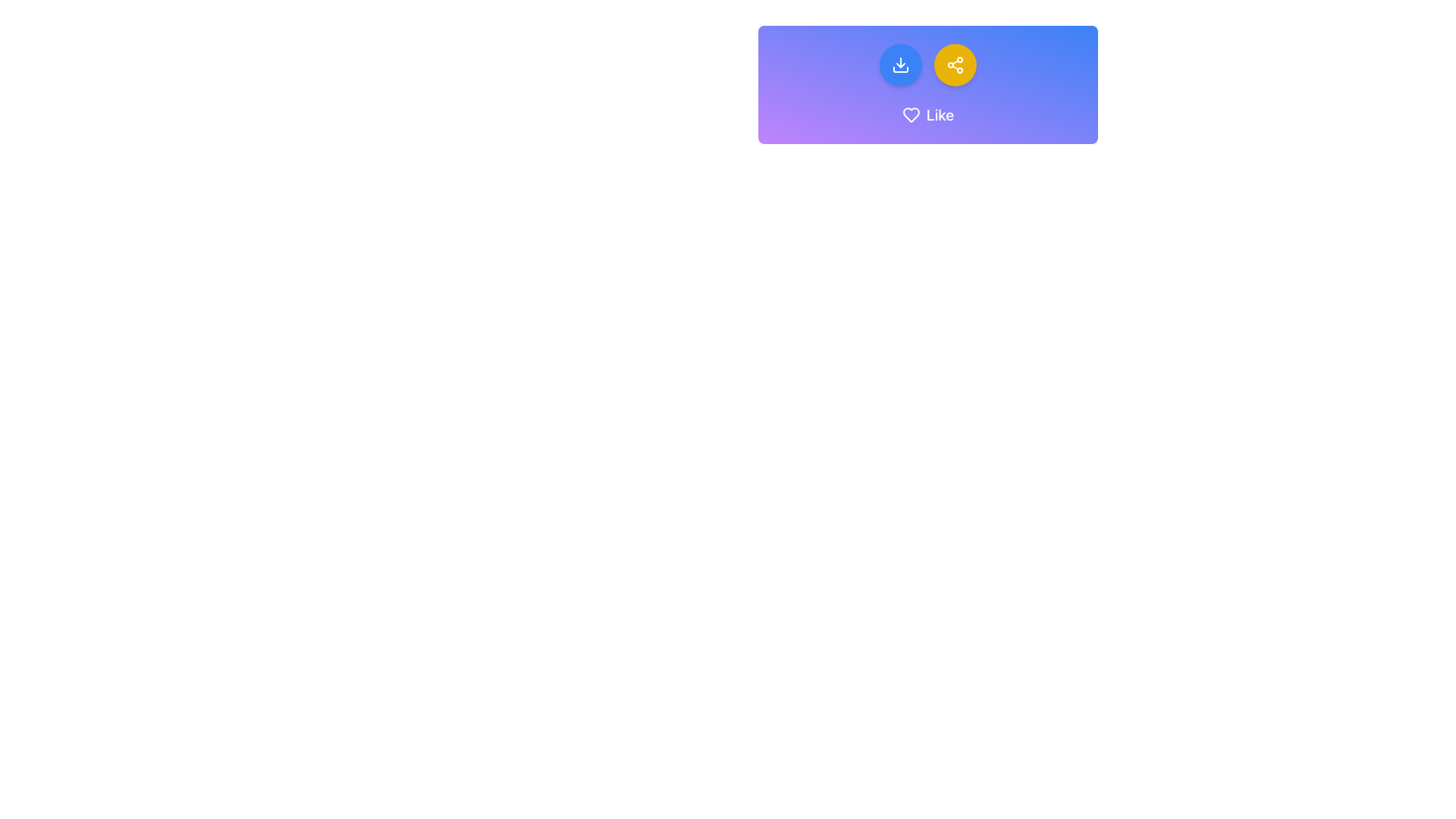 The image size is (1456, 819). What do you see at coordinates (954, 64) in the screenshot?
I see `the share action button icon, which is a yellow circular button containing three connected circles` at bounding box center [954, 64].